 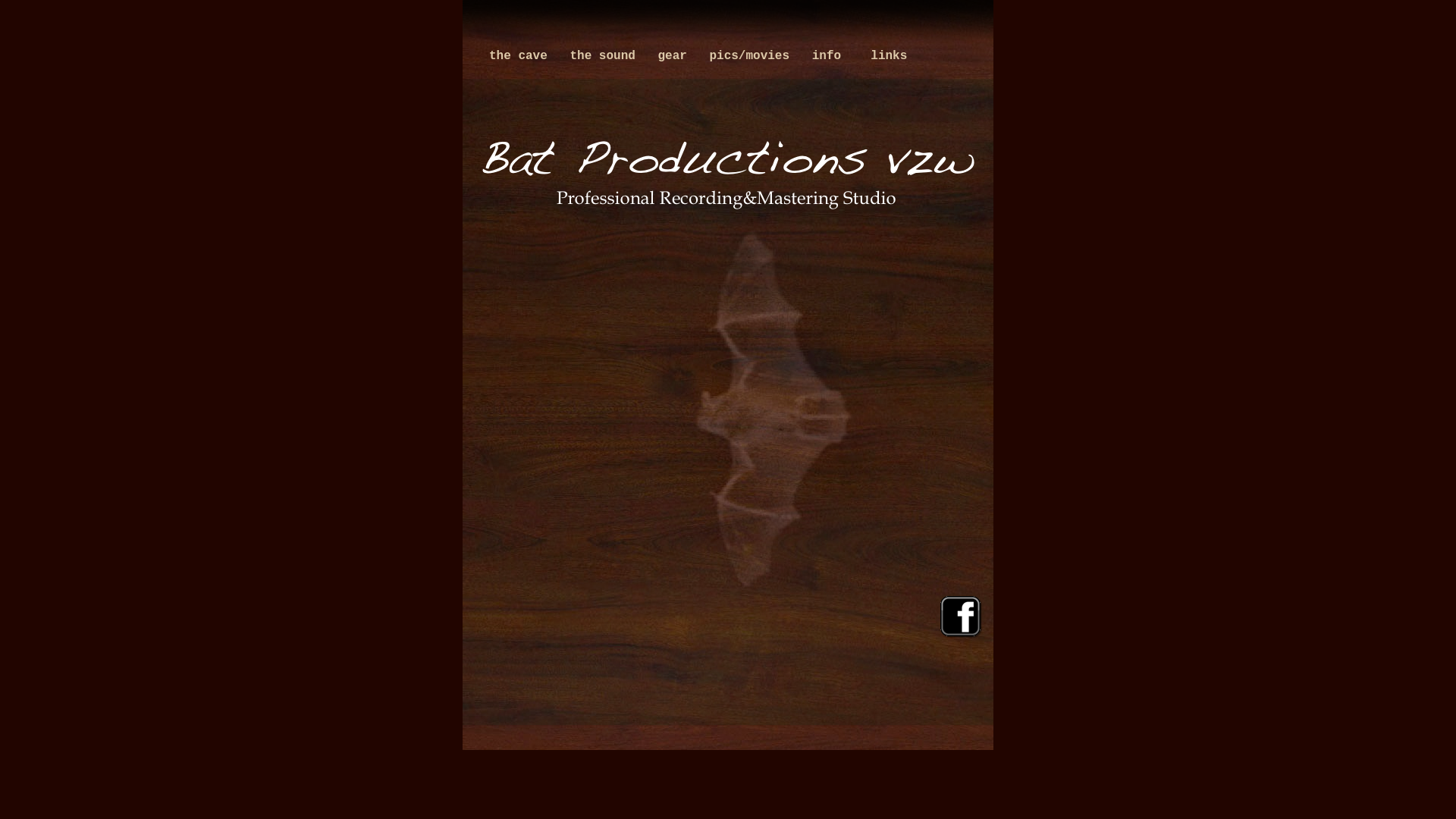 What do you see at coordinates (829, 55) in the screenshot?
I see `'info'` at bounding box center [829, 55].